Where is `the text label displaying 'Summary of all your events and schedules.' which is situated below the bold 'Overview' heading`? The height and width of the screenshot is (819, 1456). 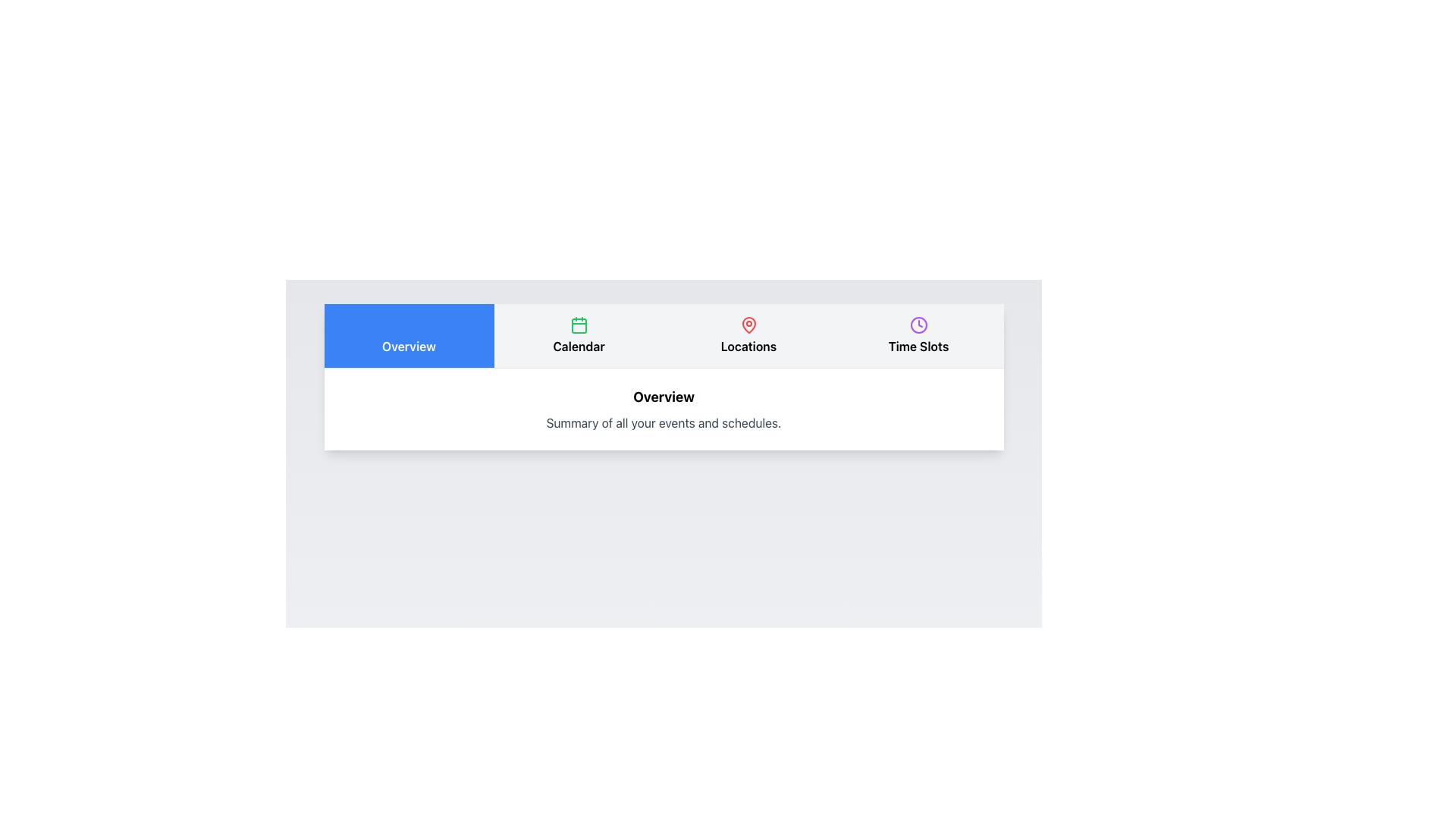 the text label displaying 'Summary of all your events and schedules.' which is situated below the bold 'Overview' heading is located at coordinates (664, 423).